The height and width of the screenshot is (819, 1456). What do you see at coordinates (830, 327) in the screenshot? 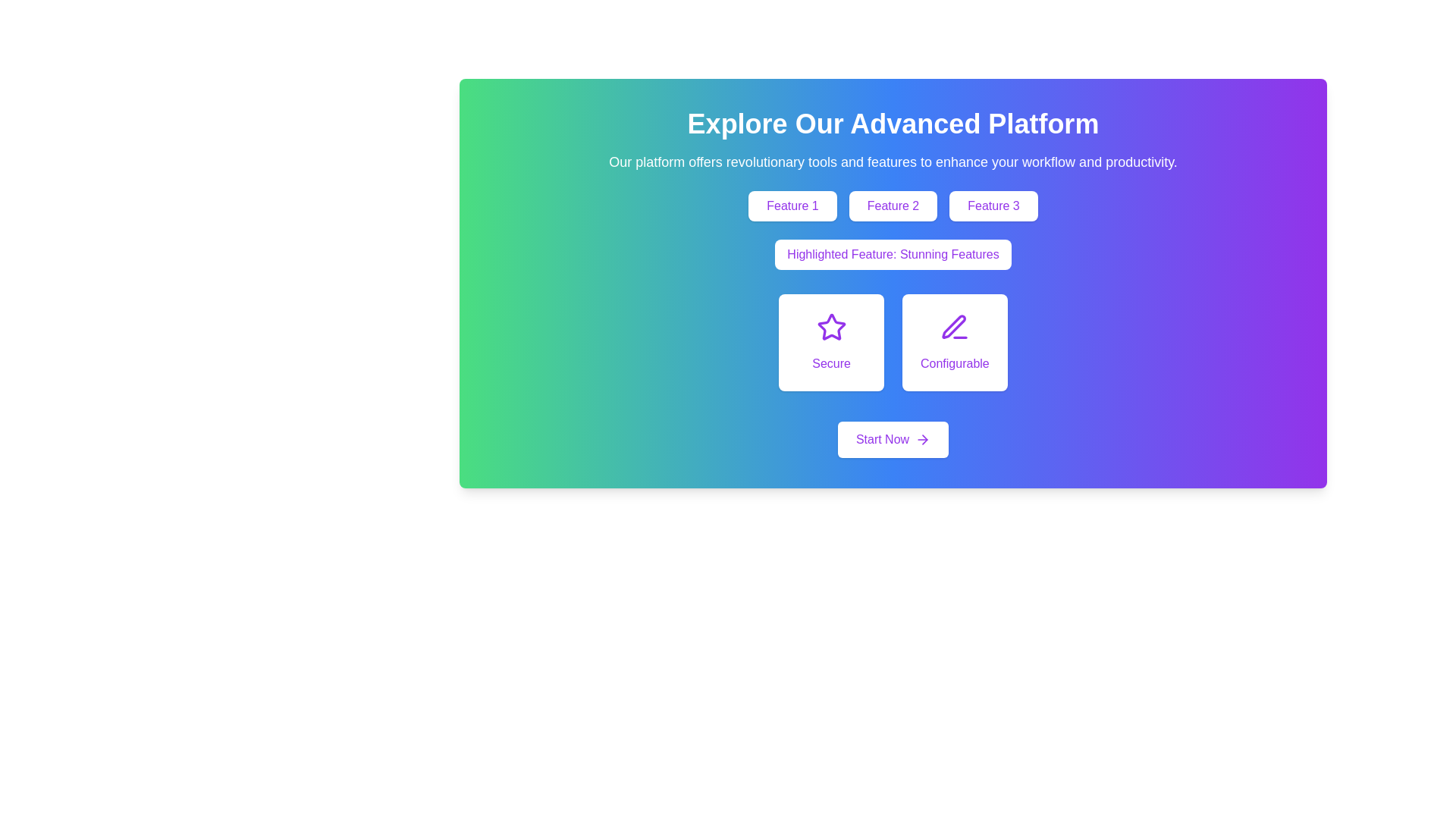
I see `the security-related icon located in the upper section of the 'Secure' card to observe the tooltip if present` at bounding box center [830, 327].